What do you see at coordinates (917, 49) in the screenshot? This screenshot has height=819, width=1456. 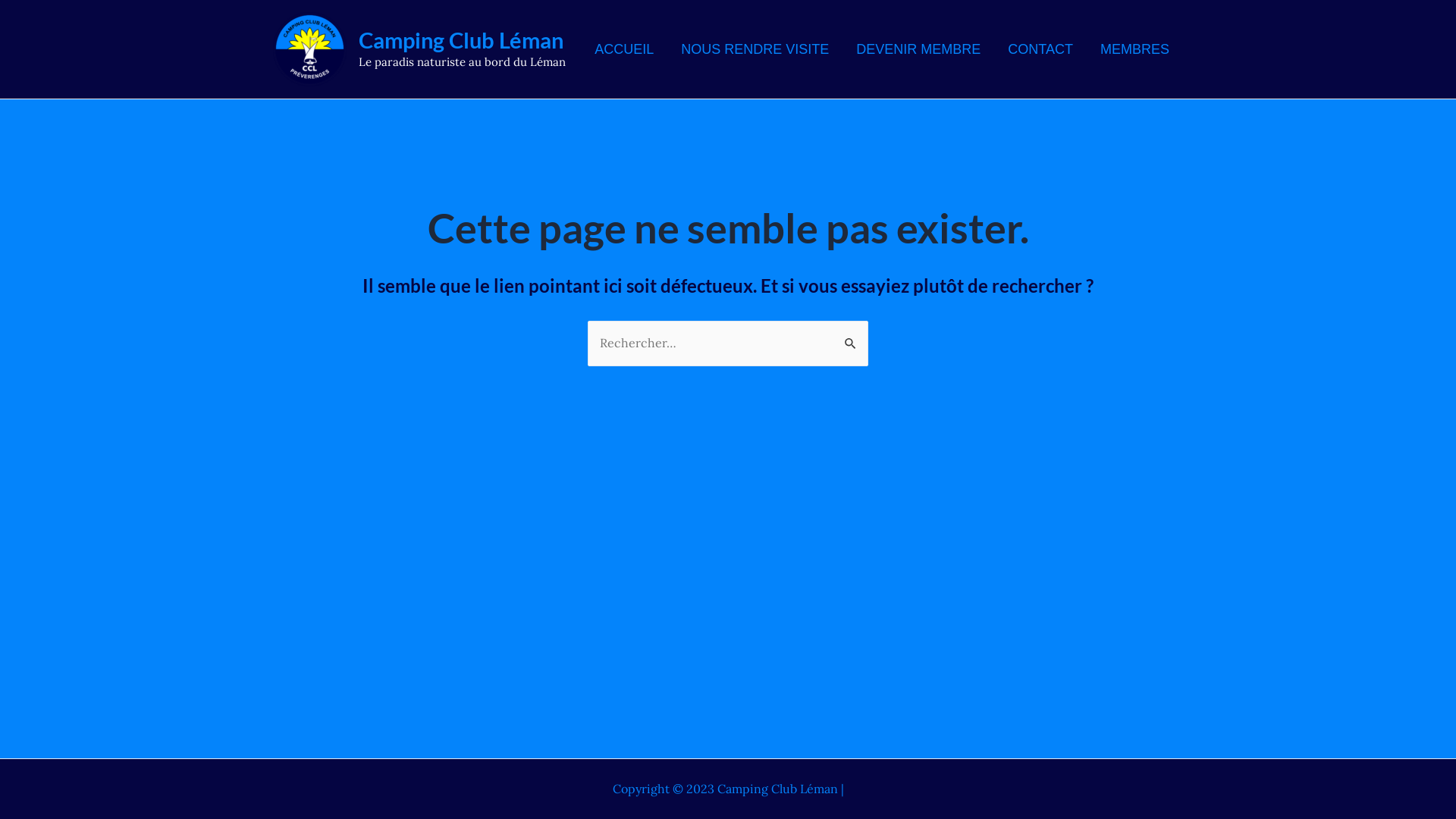 I see `'DEVENIR MEMBRE'` at bounding box center [917, 49].